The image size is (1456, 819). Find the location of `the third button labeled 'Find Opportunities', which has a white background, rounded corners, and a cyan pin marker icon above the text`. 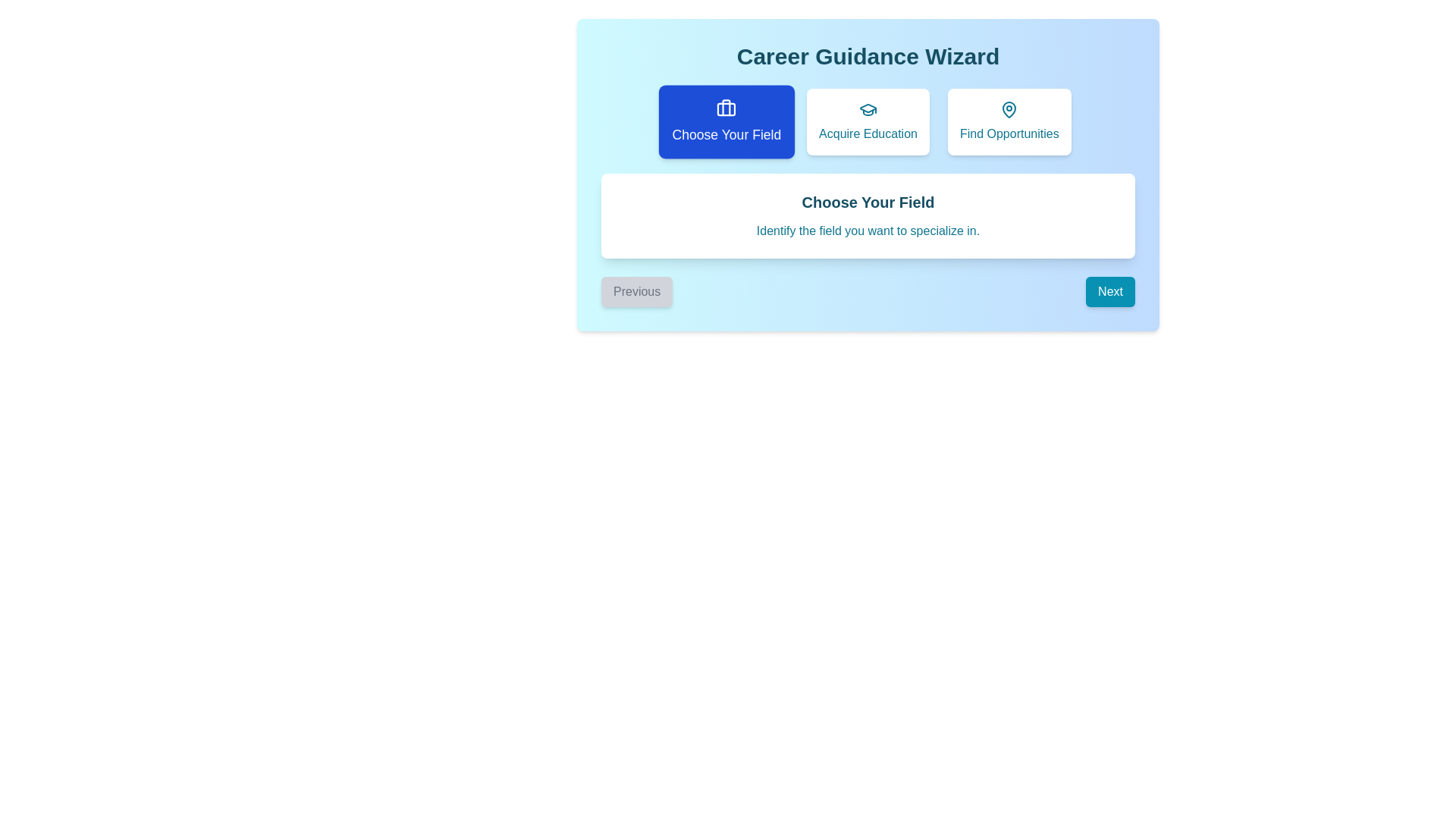

the third button labeled 'Find Opportunities', which has a white background, rounded corners, and a cyan pin marker icon above the text is located at coordinates (1009, 121).